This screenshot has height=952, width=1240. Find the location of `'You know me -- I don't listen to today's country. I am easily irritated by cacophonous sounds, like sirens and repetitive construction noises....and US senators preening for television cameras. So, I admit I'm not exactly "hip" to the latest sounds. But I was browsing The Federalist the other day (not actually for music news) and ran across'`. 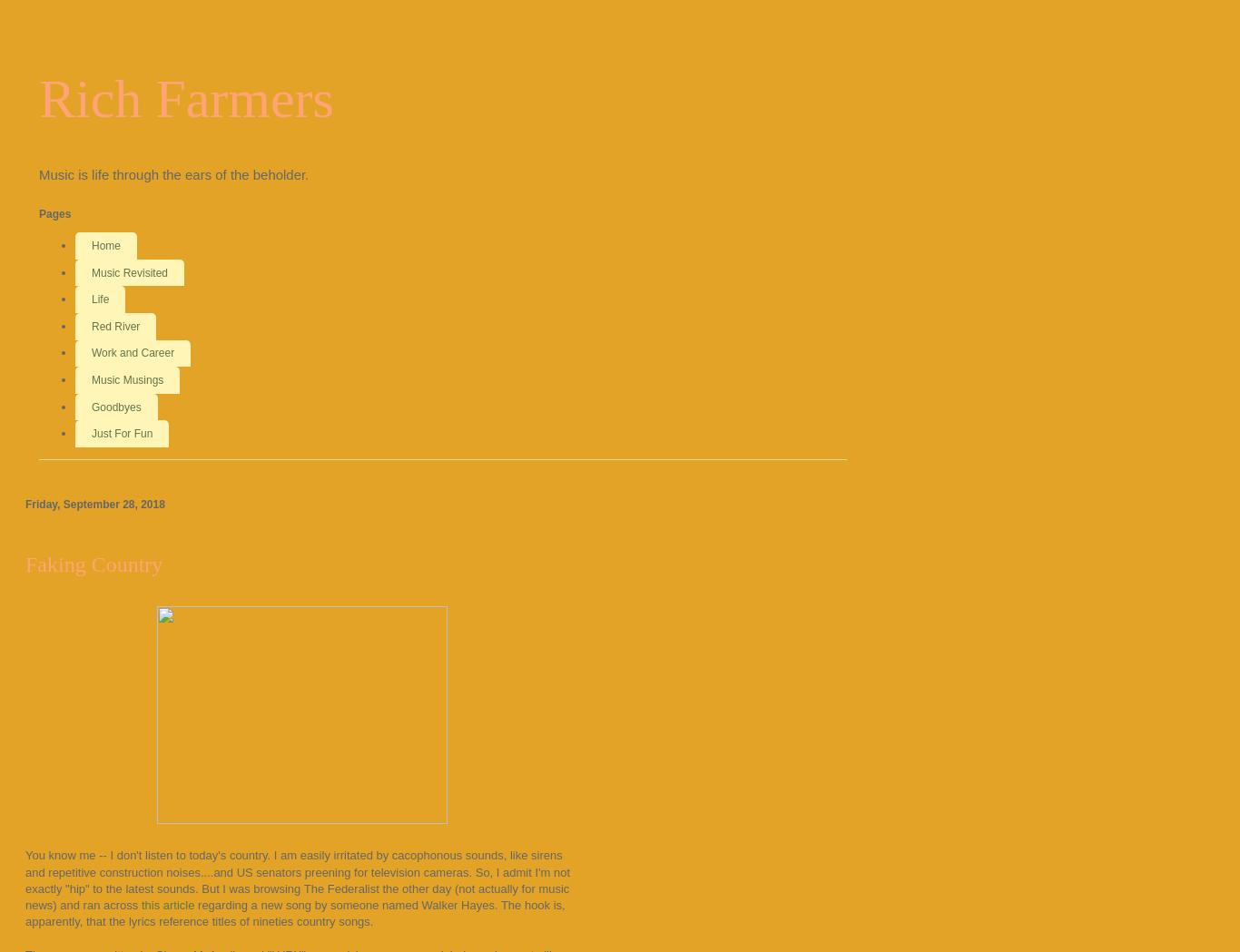

'You know me -- I don't listen to today's country. I am easily irritated by cacophonous sounds, like sirens and repetitive construction noises....and US senators preening for television cameras. So, I admit I'm not exactly "hip" to the latest sounds. But I was browsing The Federalist the other day (not actually for music news) and ran across' is located at coordinates (297, 878).